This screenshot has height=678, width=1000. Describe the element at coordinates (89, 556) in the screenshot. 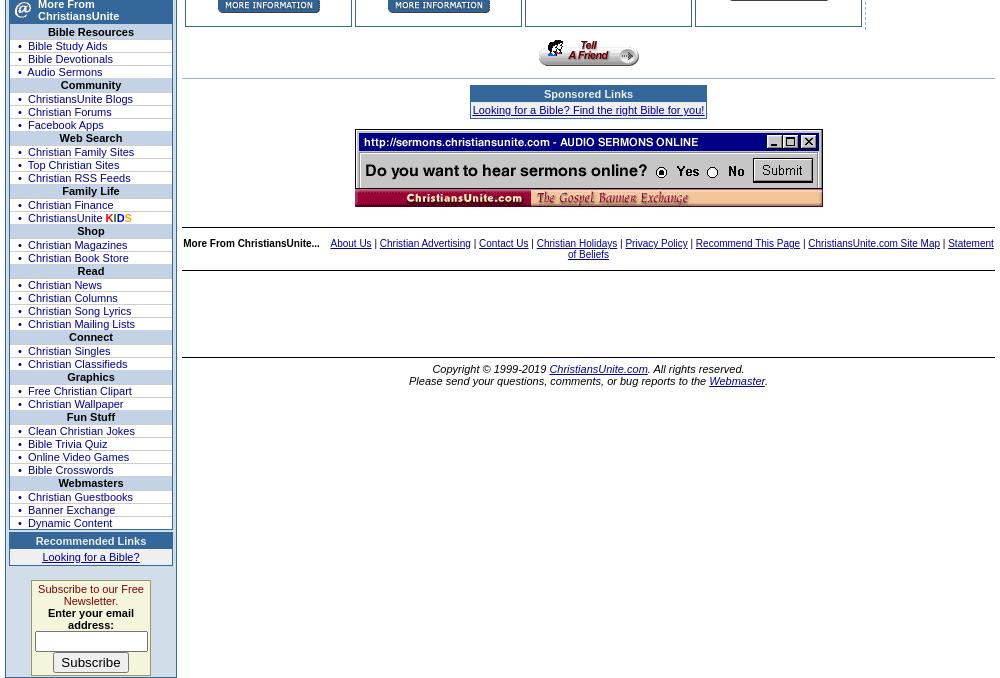

I see `'Looking for a Bible?'` at that location.